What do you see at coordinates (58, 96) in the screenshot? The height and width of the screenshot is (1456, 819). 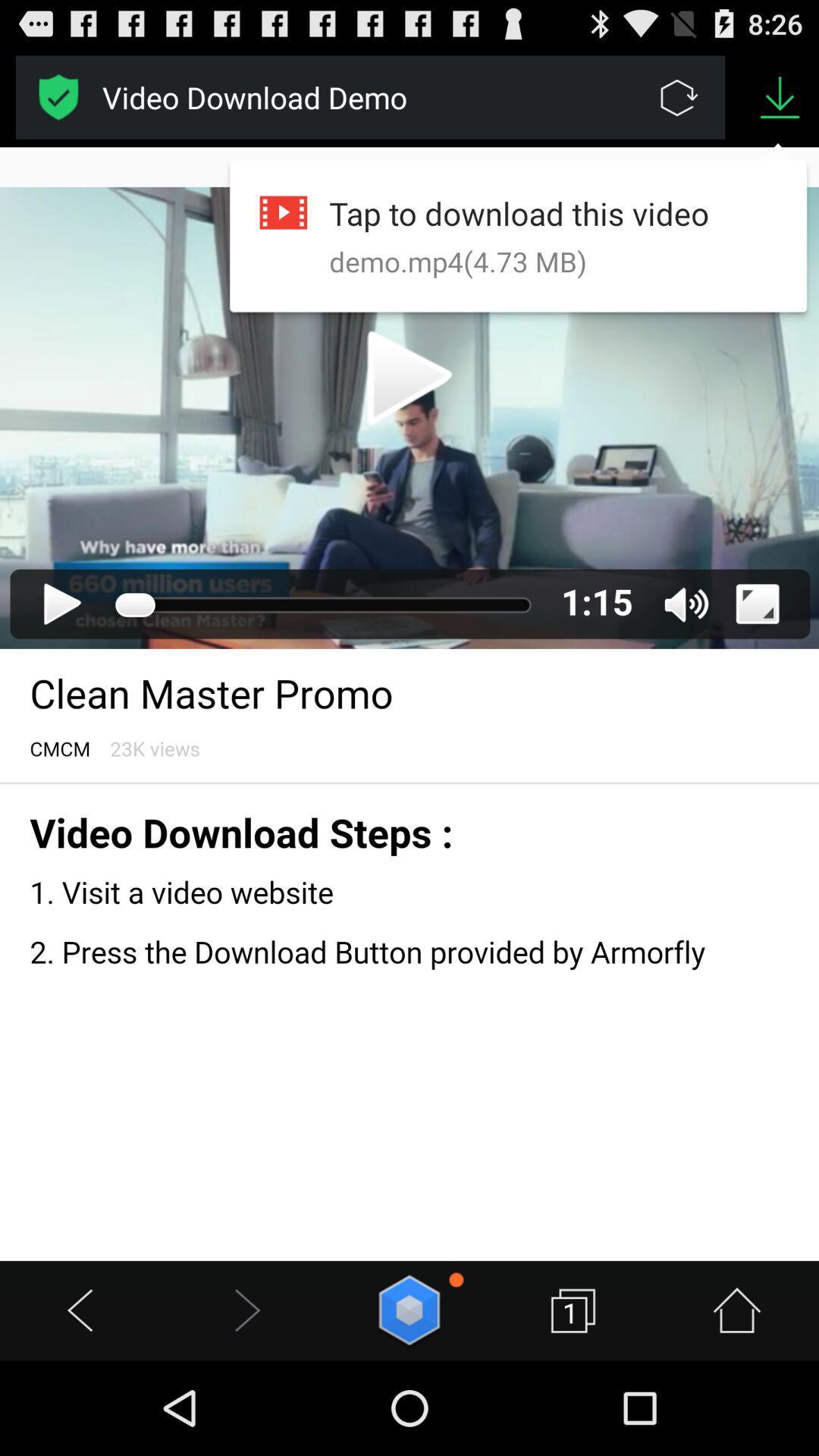 I see `page` at bounding box center [58, 96].